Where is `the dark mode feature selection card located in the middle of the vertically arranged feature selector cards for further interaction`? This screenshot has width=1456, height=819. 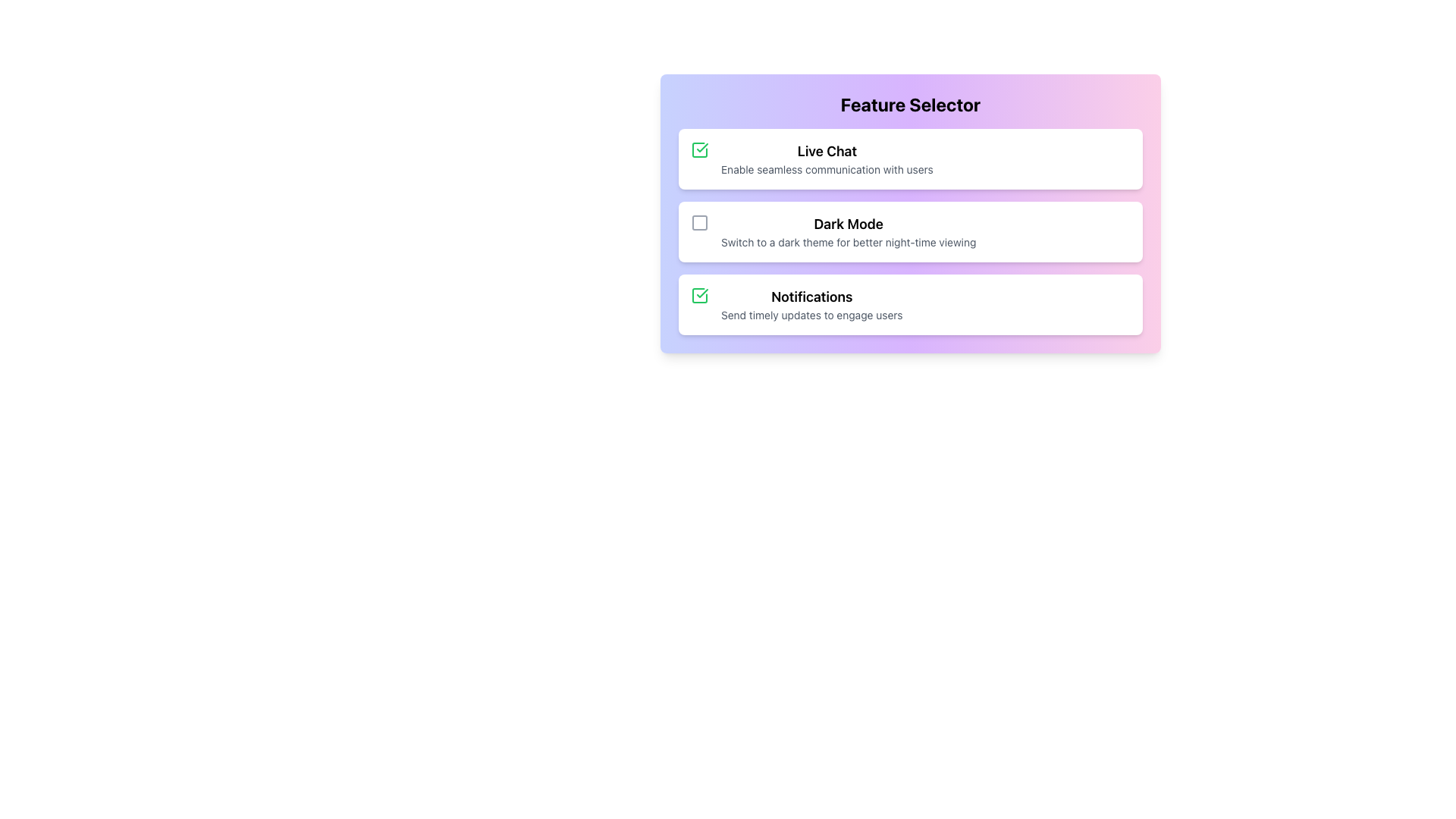
the dark mode feature selection card located in the middle of the vertically arranged feature selector cards for further interaction is located at coordinates (848, 231).